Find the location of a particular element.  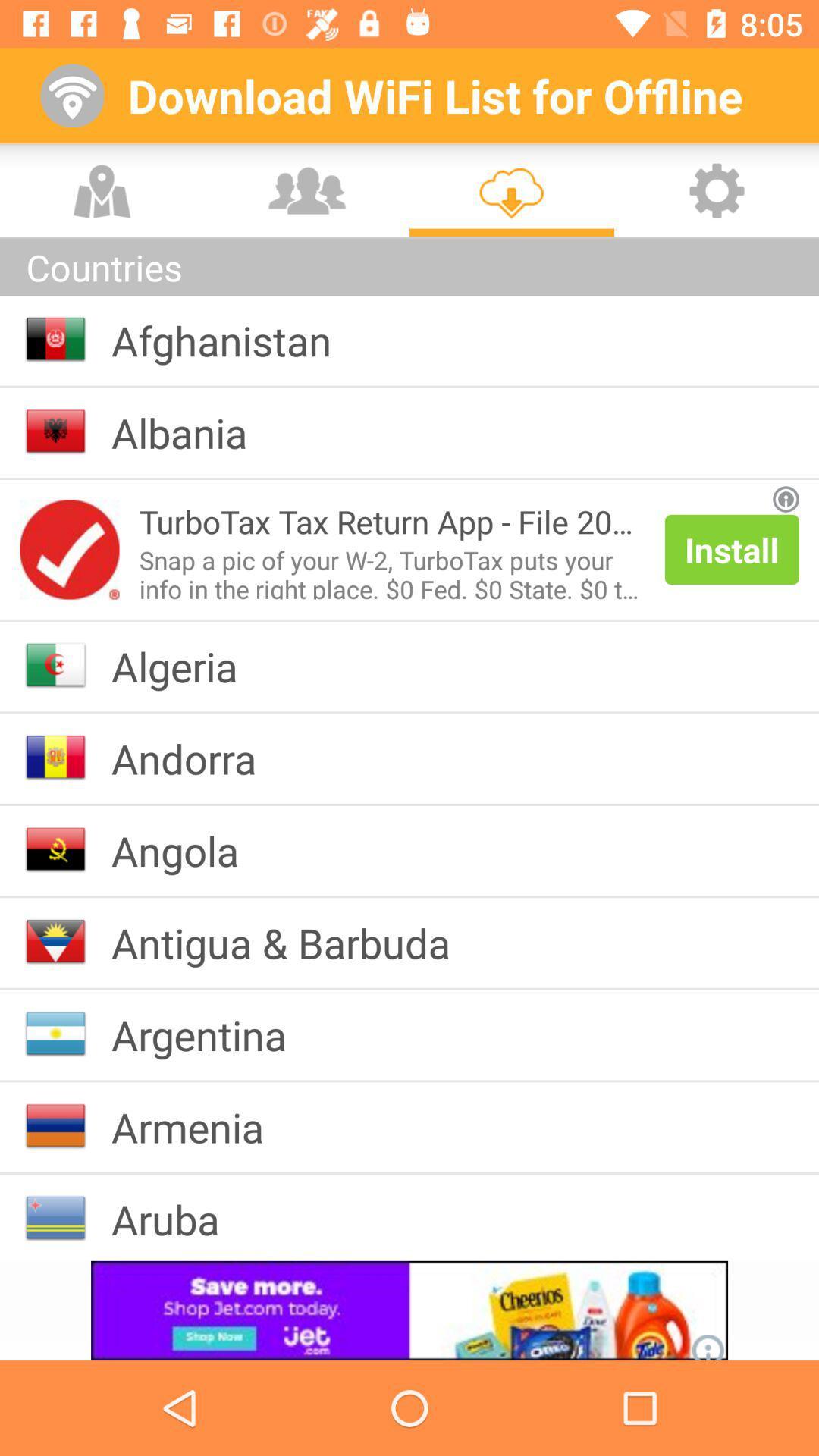

the item below andorra app is located at coordinates (186, 850).